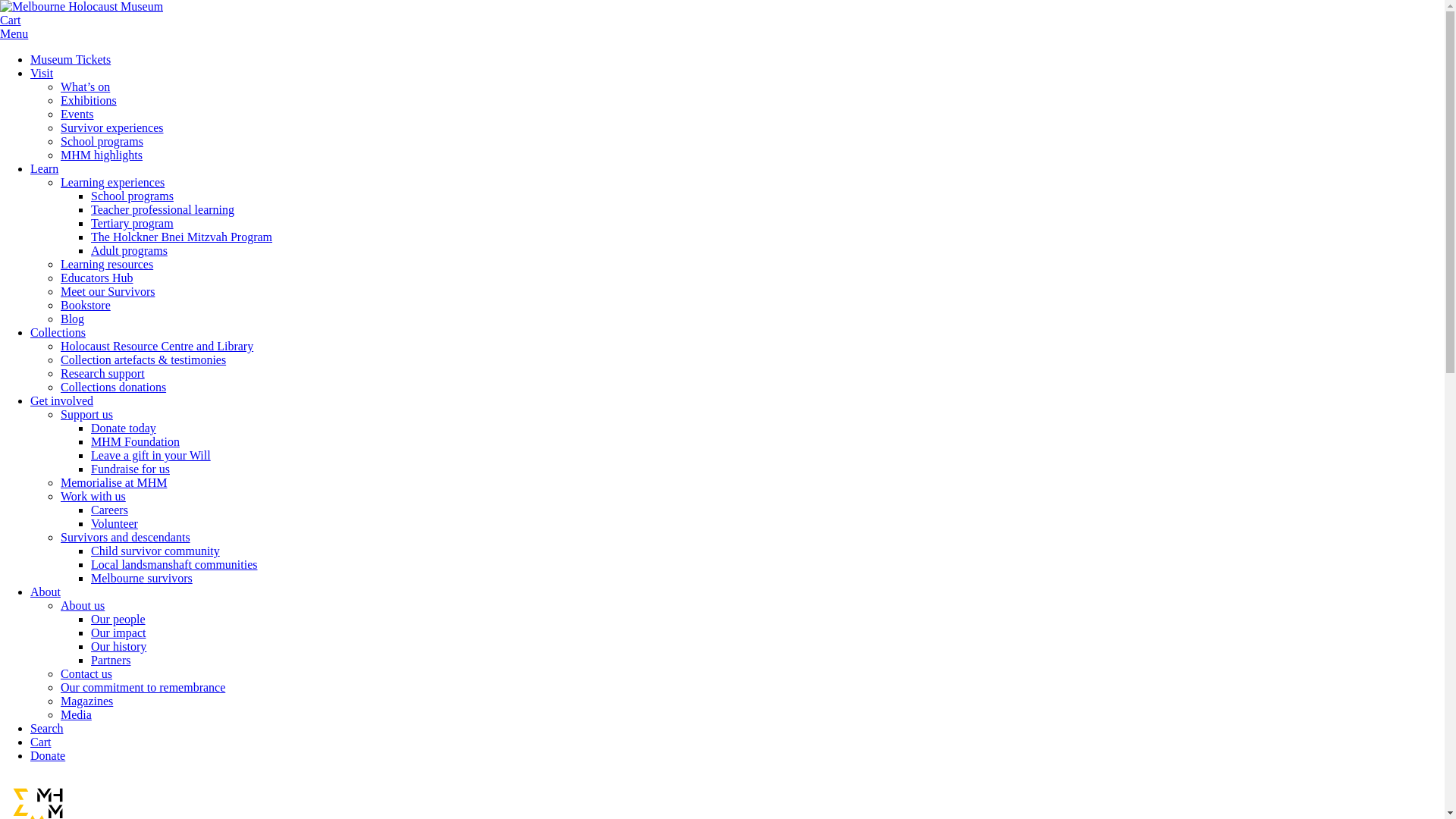 The width and height of the screenshot is (1456, 819). I want to click on 'Survivors and descendants', so click(125, 536).